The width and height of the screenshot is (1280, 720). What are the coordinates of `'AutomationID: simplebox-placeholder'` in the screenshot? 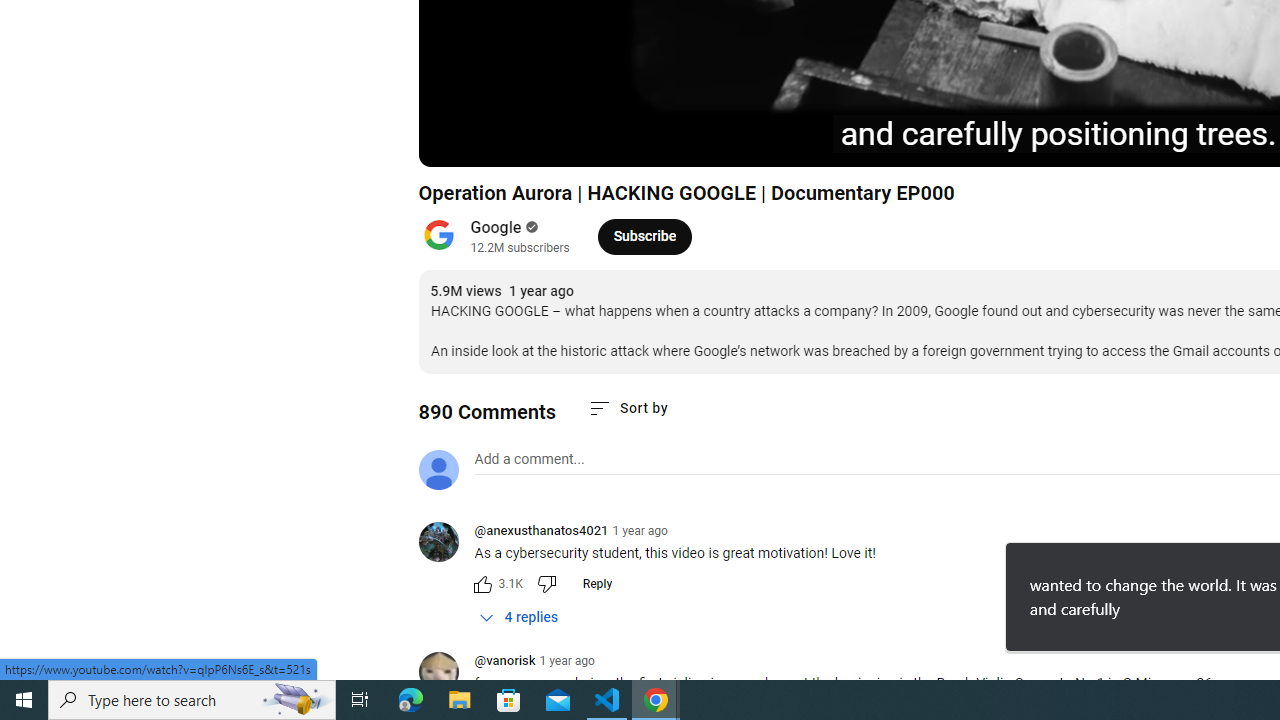 It's located at (529, 459).